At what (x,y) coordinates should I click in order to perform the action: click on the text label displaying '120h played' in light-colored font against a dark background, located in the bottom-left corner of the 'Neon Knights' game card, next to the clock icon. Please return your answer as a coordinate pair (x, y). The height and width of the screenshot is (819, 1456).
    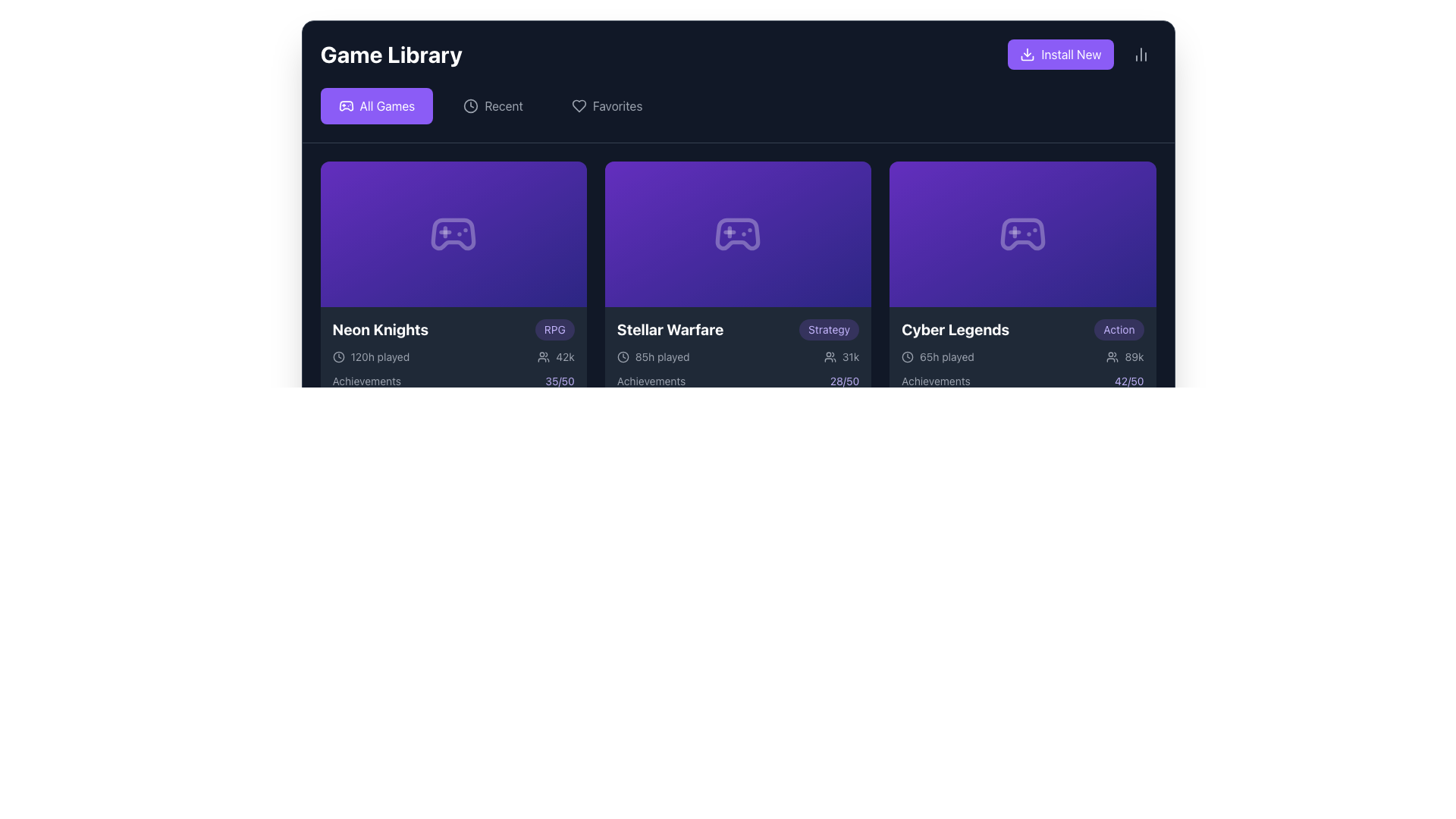
    Looking at the image, I should click on (380, 356).